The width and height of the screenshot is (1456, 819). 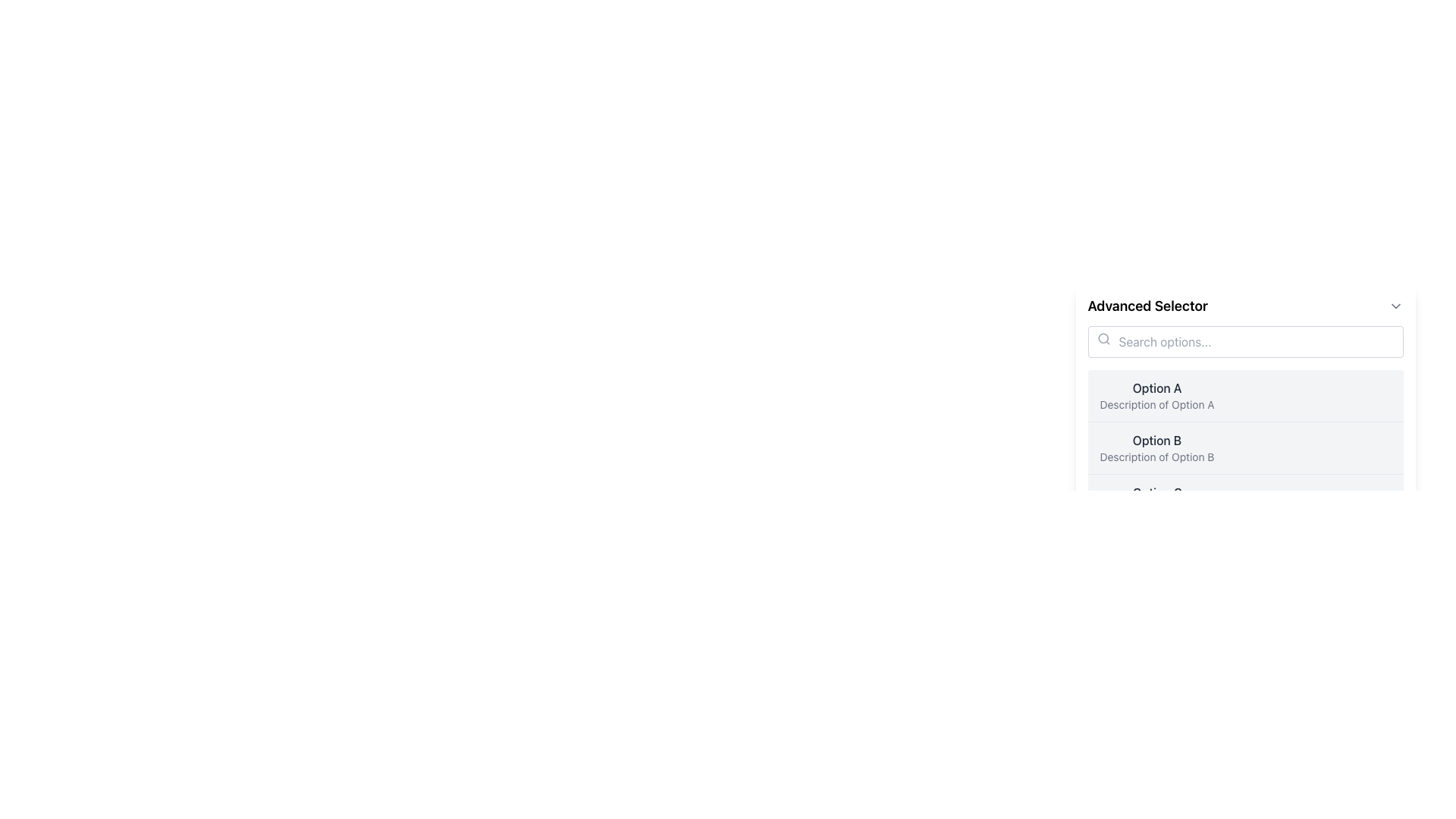 What do you see at coordinates (1156, 500) in the screenshot?
I see `the list item displaying 'Option C'` at bounding box center [1156, 500].